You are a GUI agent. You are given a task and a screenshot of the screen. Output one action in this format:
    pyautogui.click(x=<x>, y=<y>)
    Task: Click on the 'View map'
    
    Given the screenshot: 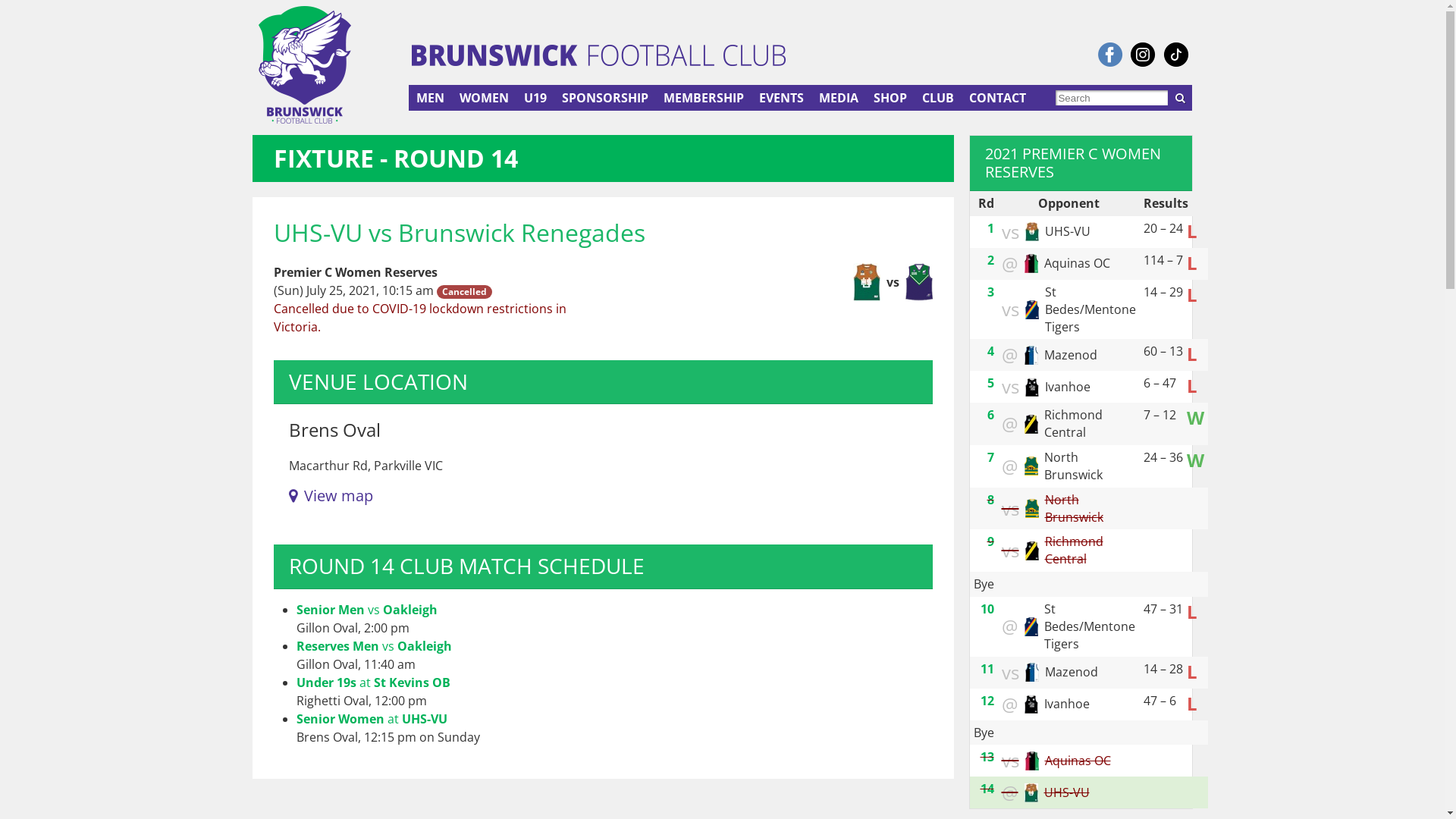 What is the action you would take?
    pyautogui.click(x=329, y=495)
    